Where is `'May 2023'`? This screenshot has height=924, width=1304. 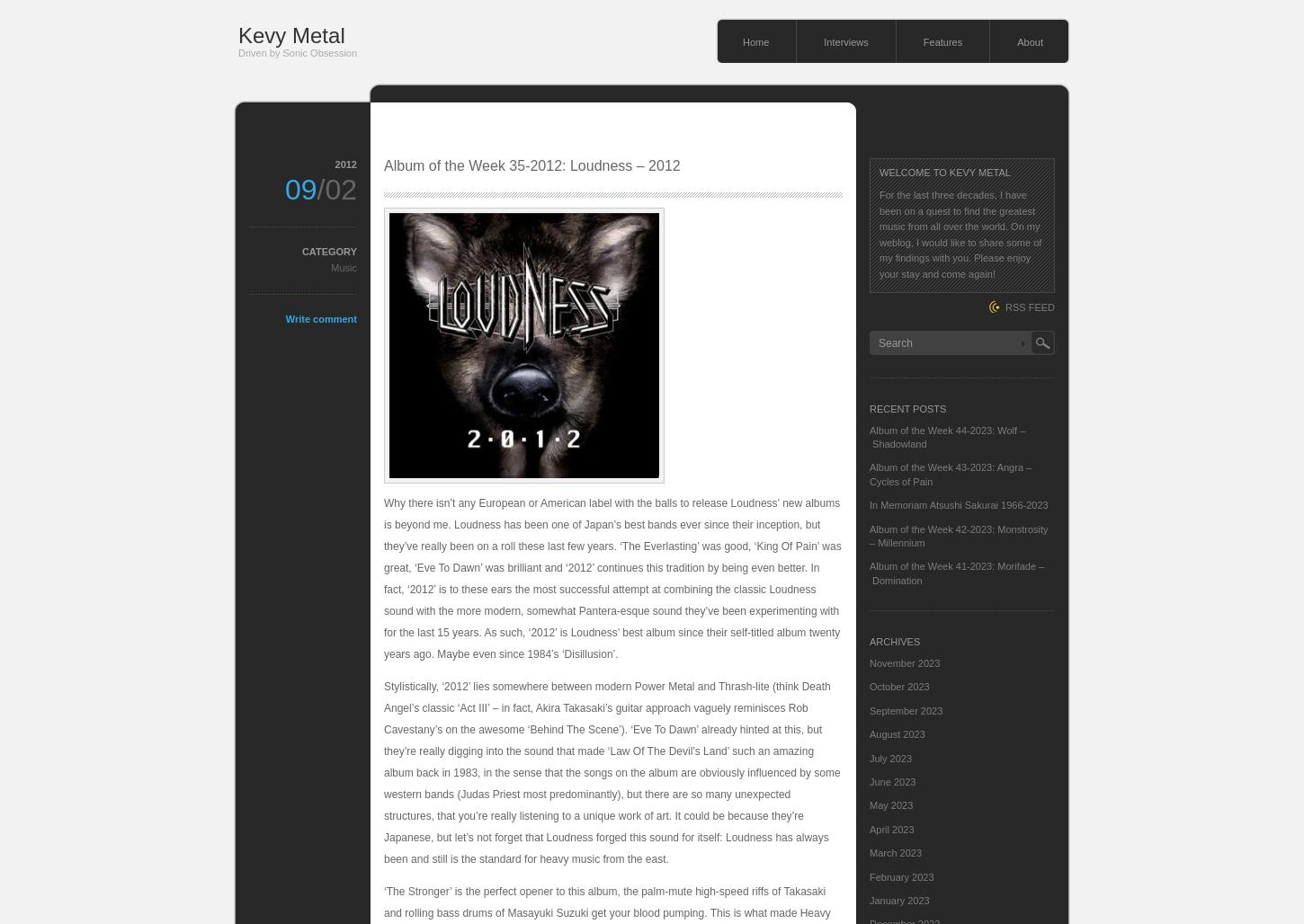 'May 2023' is located at coordinates (890, 804).